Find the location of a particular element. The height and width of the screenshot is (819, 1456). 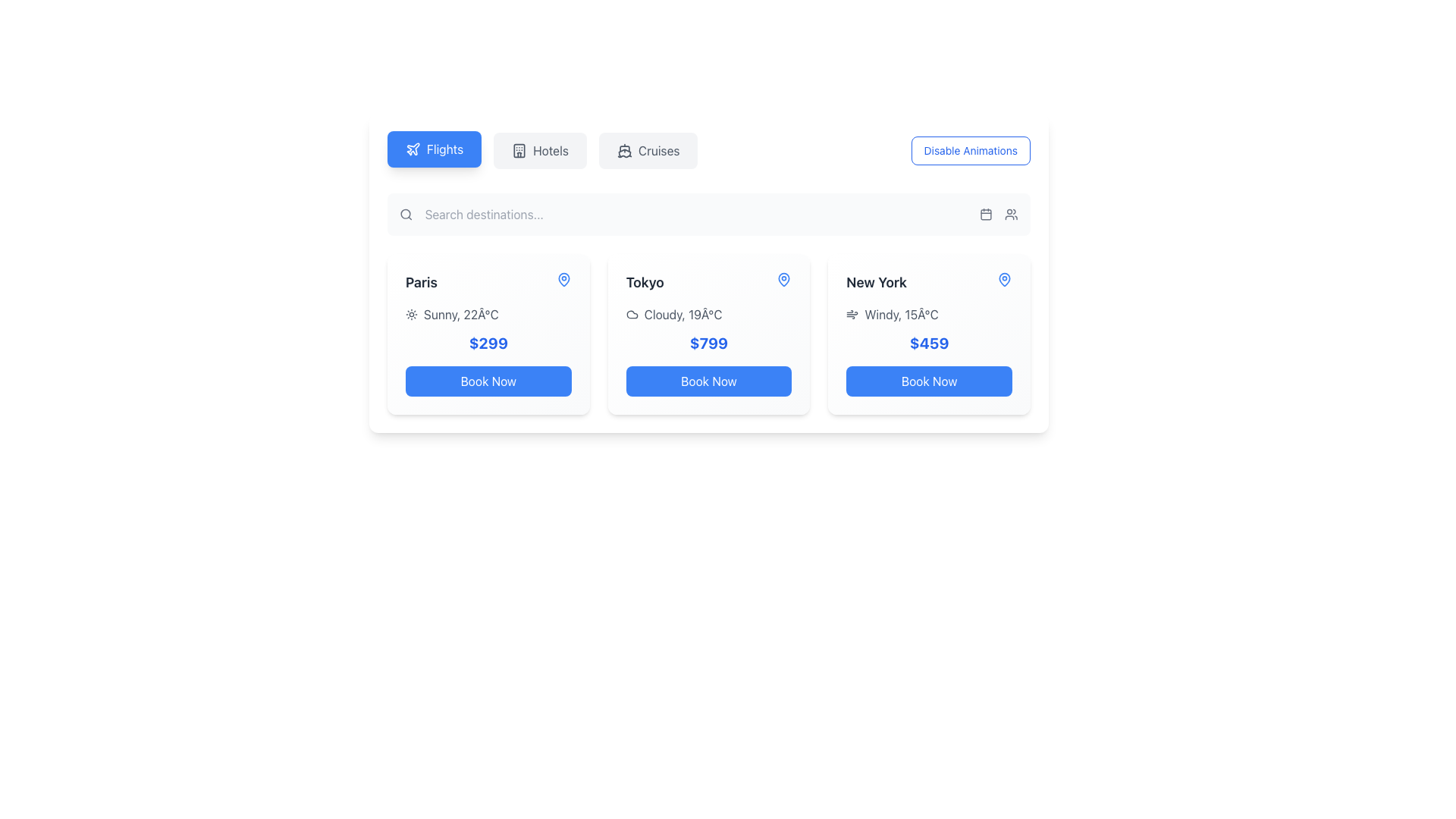

the blue location pin icon located in the upper right corner of the 'Tokyo' card is located at coordinates (784, 280).